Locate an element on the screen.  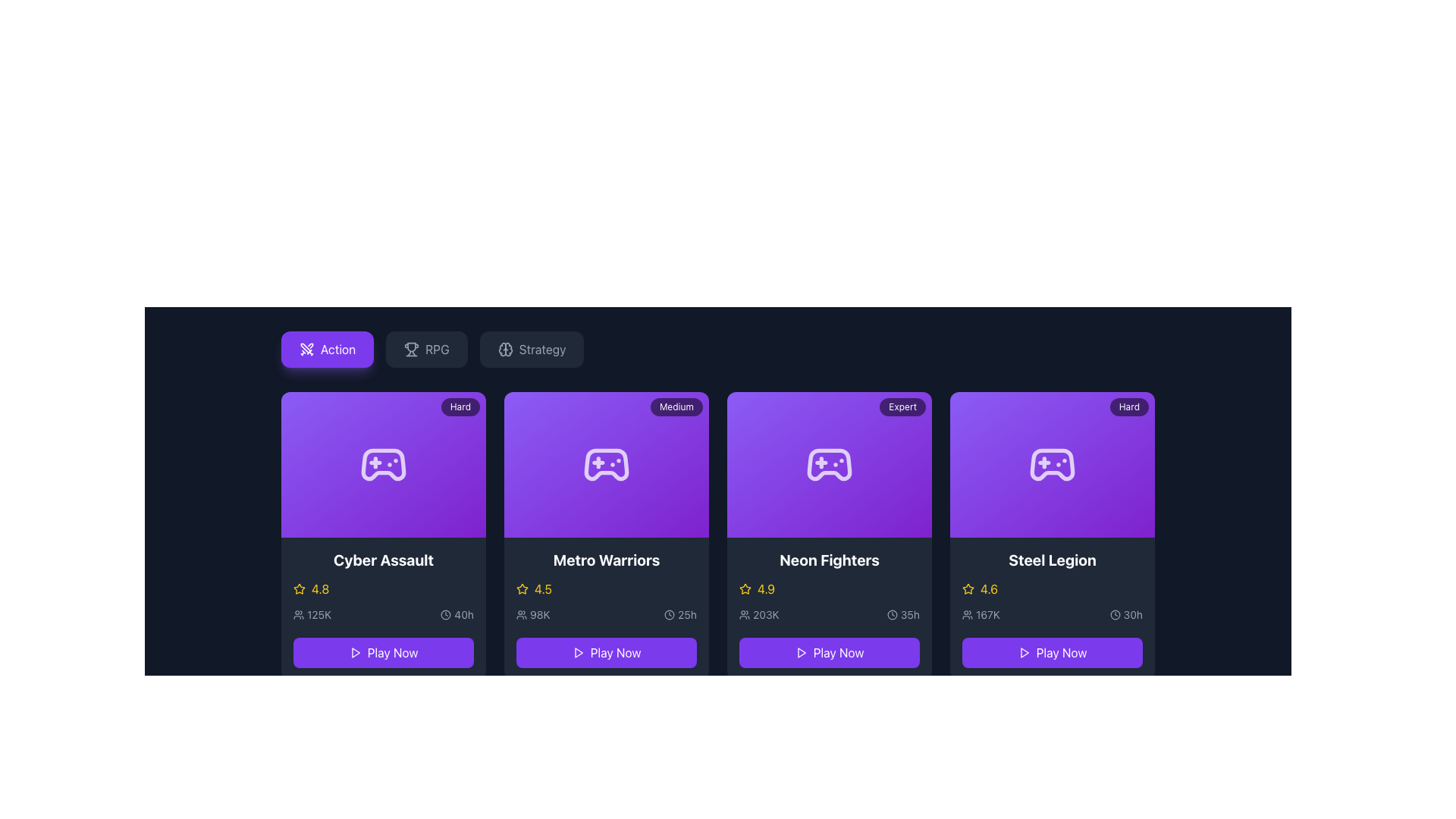
the game controller icon centered within the 'Metro Warriors' card, which indicates interactive gaming content is located at coordinates (607, 464).